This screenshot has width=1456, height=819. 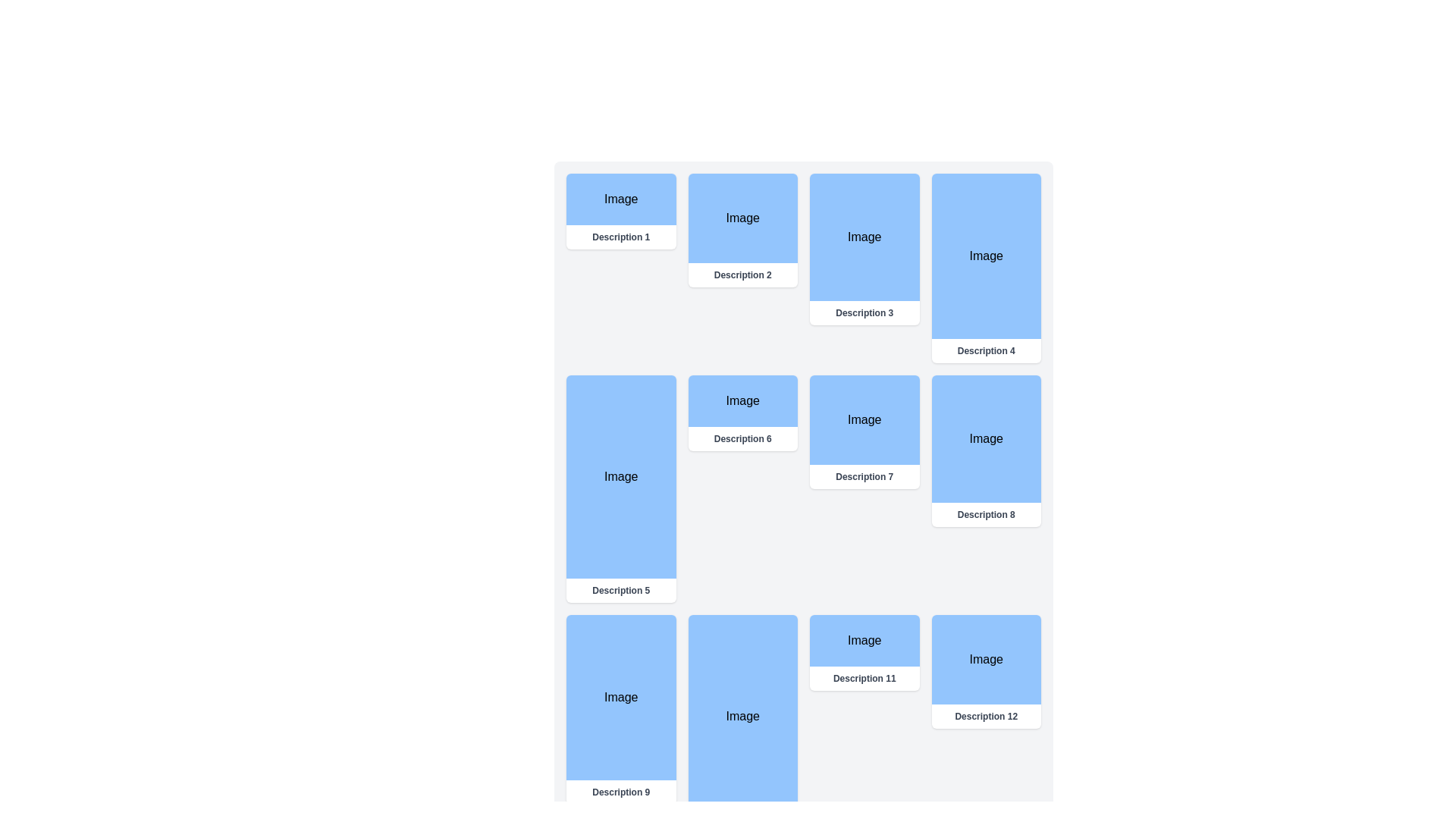 What do you see at coordinates (986, 268) in the screenshot?
I see `the card in the first row and fourth column of the grid` at bounding box center [986, 268].